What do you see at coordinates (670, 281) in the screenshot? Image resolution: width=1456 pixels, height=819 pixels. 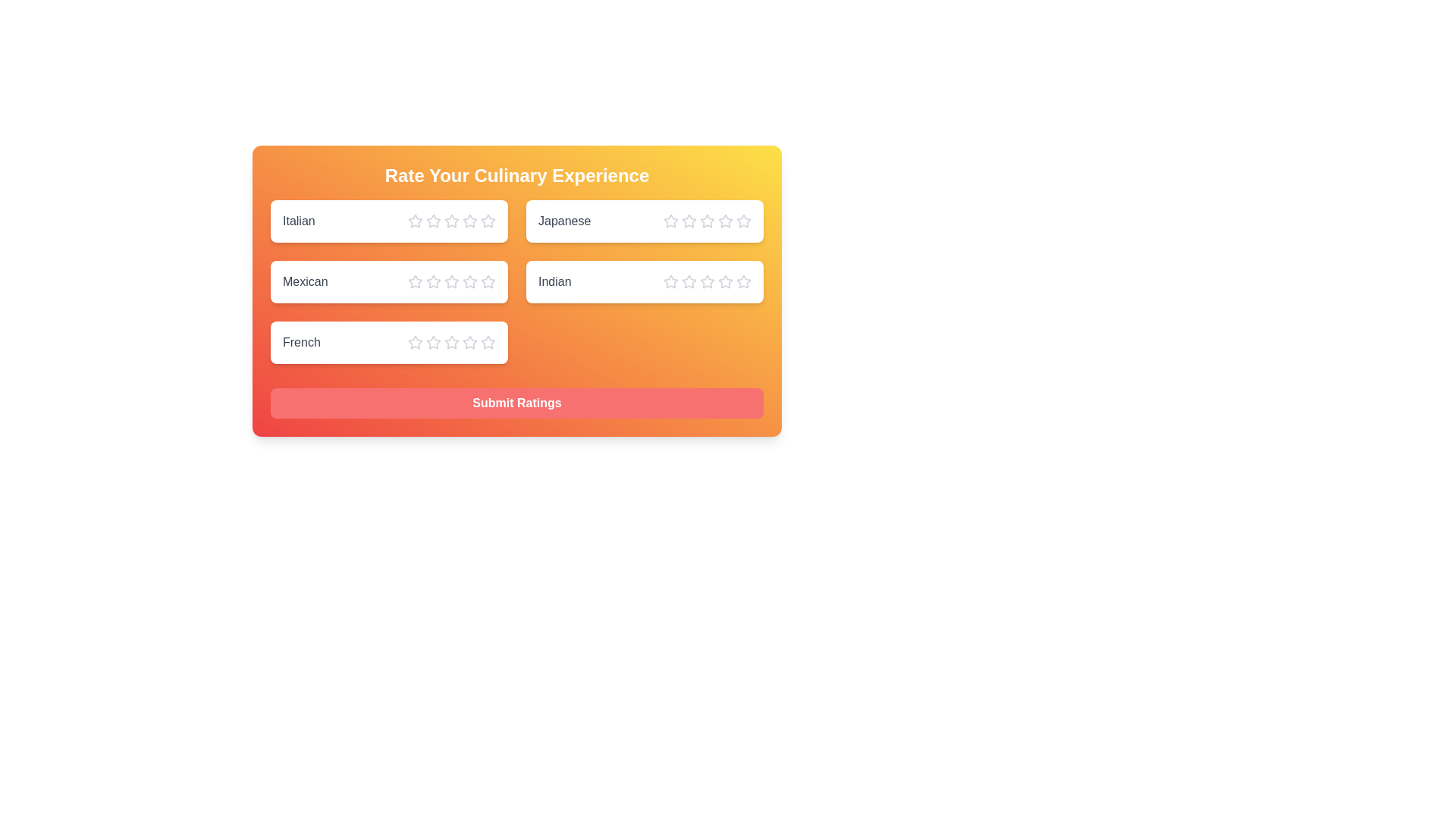 I see `the star corresponding to the rating 1 for the cuisine Indian` at bounding box center [670, 281].